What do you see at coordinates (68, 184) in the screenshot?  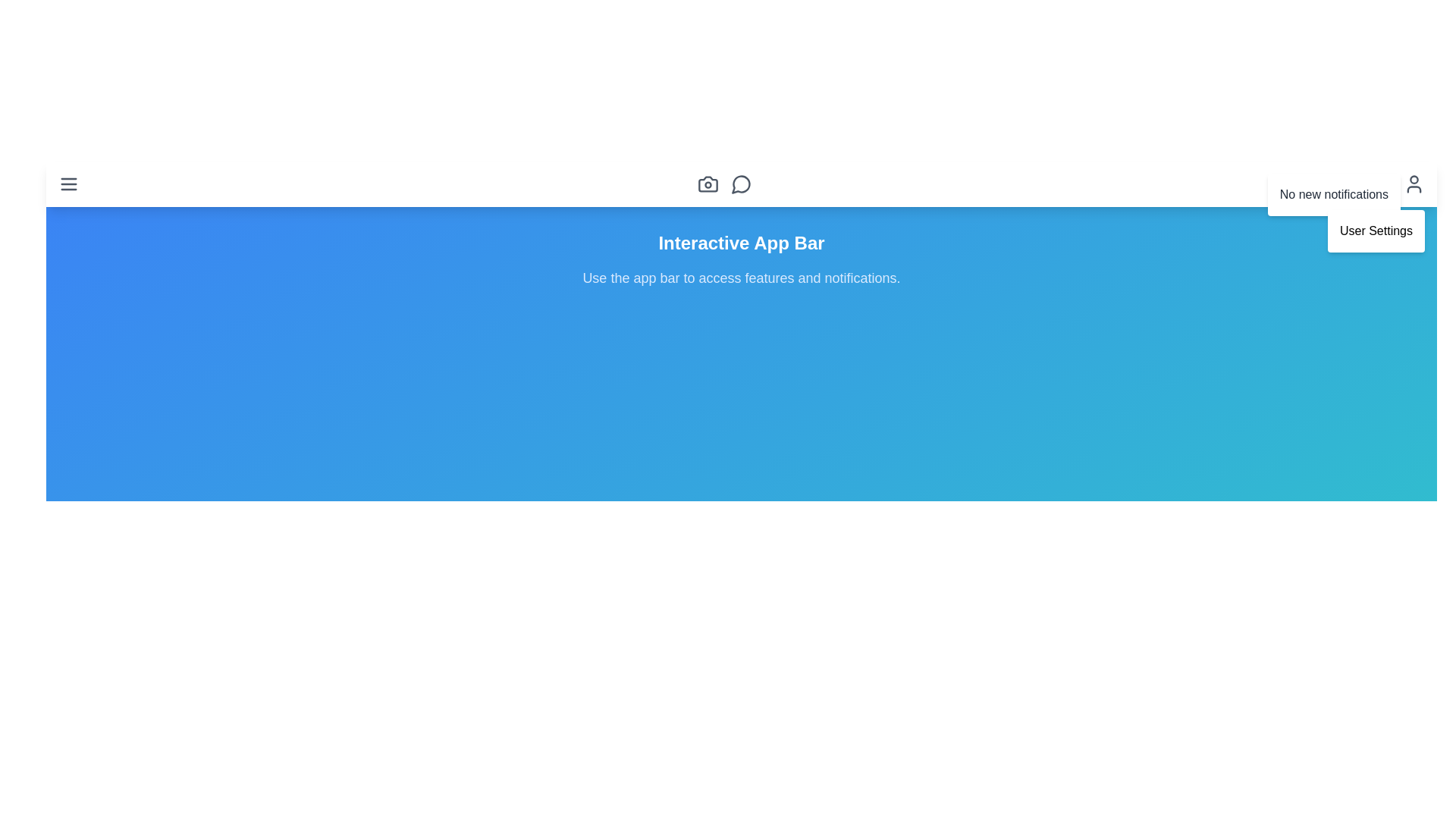 I see `the menu icon located on the left-hand side of the app bar` at bounding box center [68, 184].